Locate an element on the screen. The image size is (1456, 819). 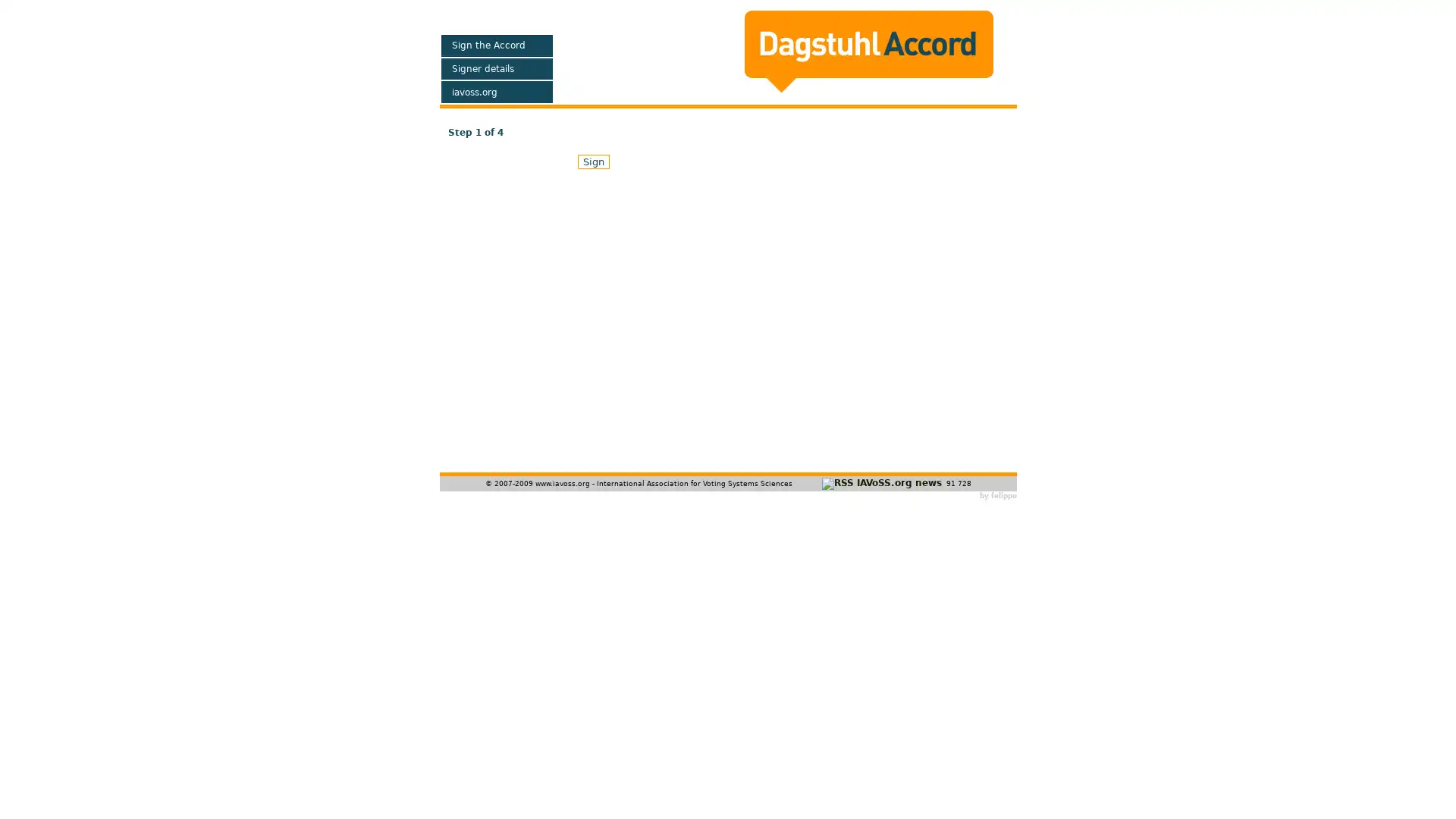
Sign is located at coordinates (592, 162).